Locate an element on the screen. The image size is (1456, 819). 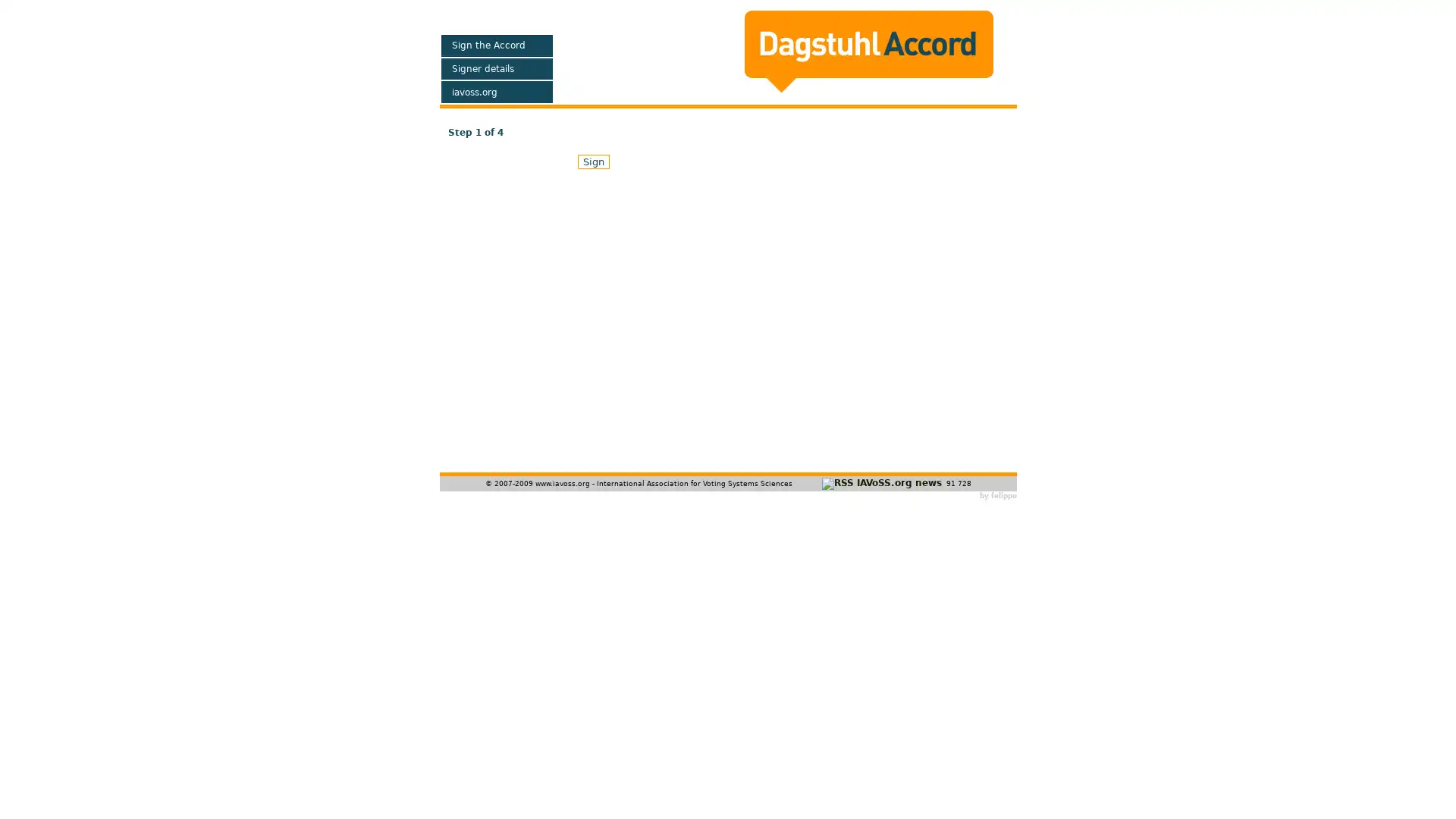
Sign is located at coordinates (592, 162).